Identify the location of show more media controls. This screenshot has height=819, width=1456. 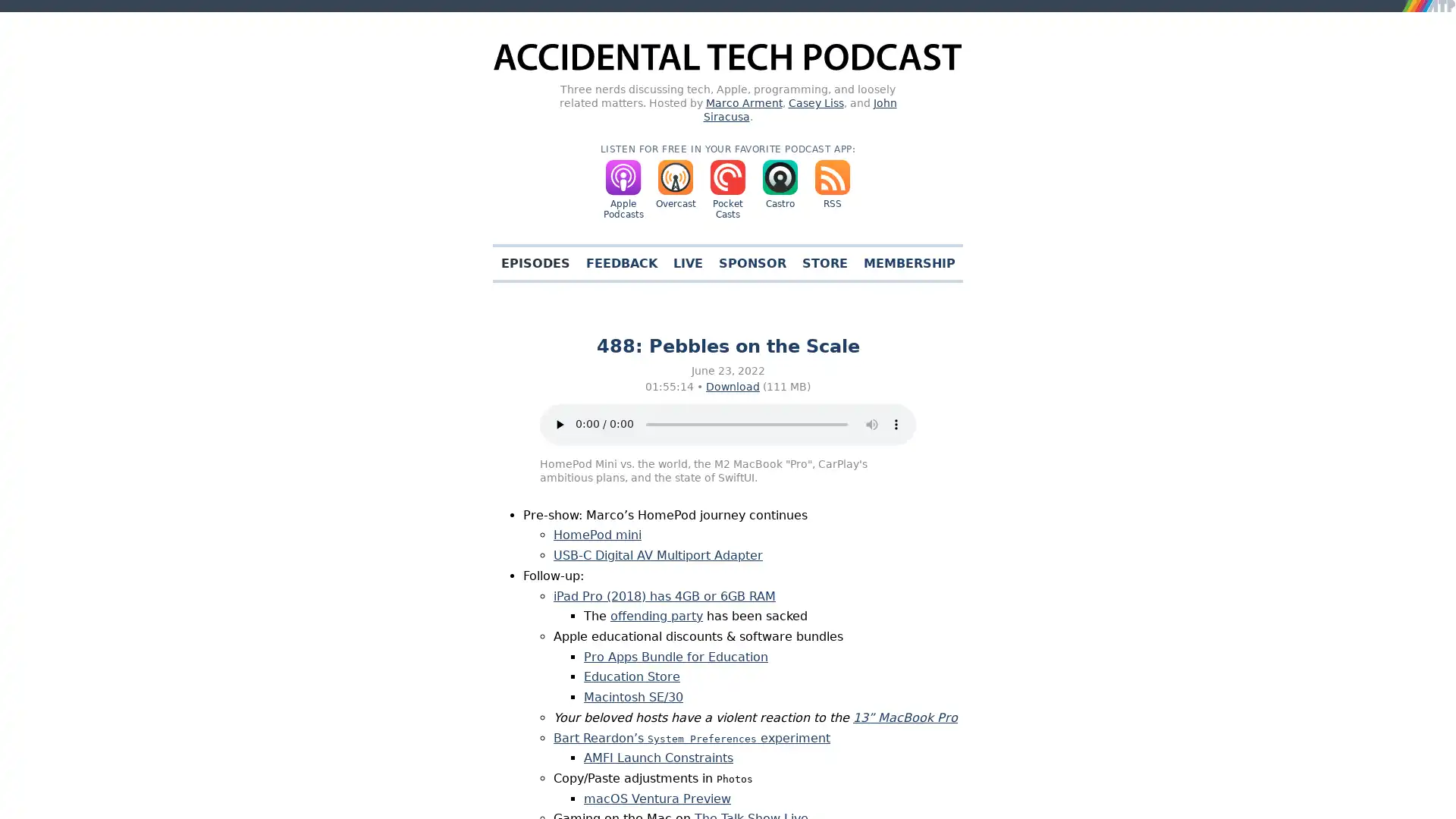
(896, 424).